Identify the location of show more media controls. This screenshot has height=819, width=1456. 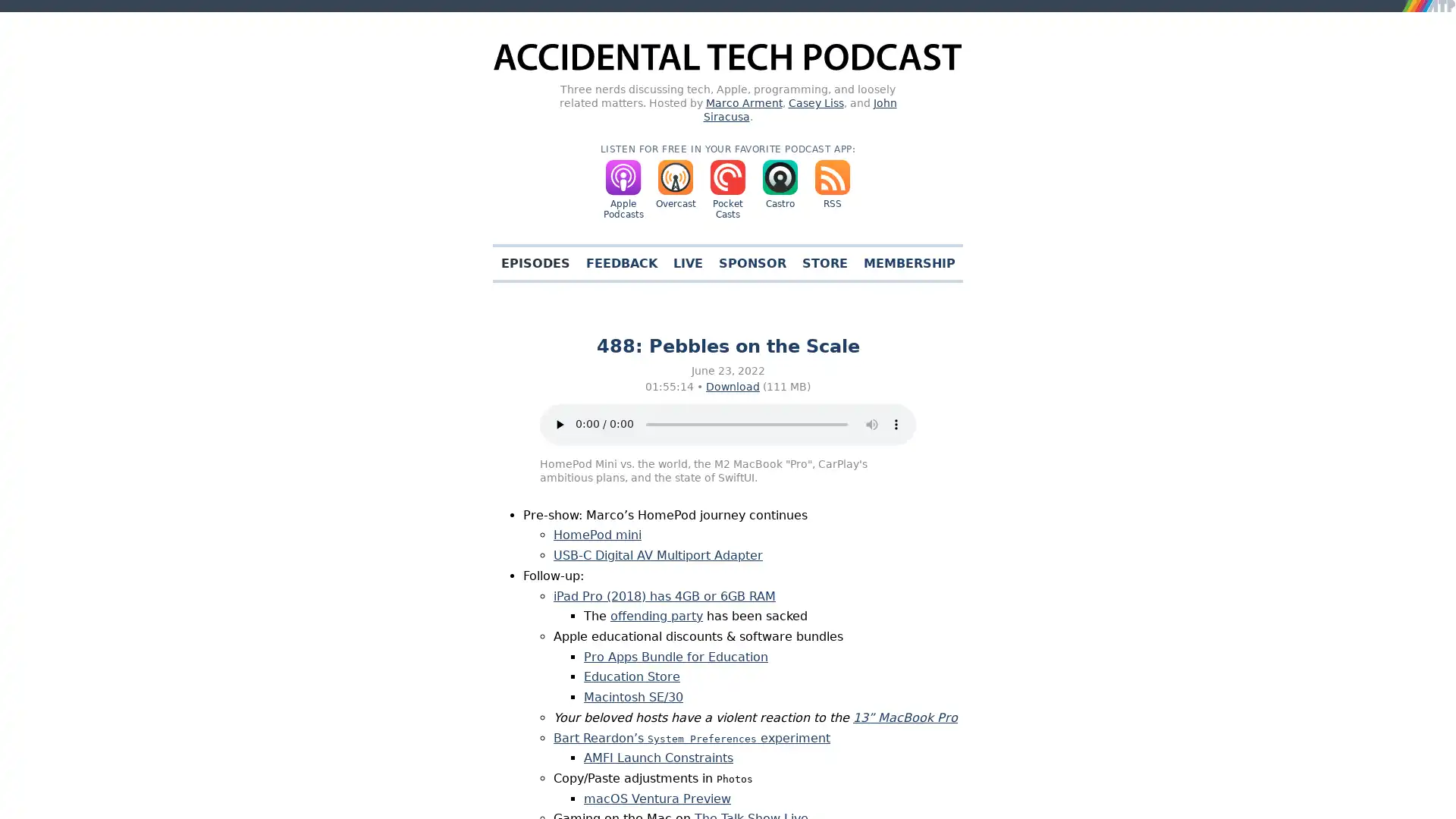
(896, 424).